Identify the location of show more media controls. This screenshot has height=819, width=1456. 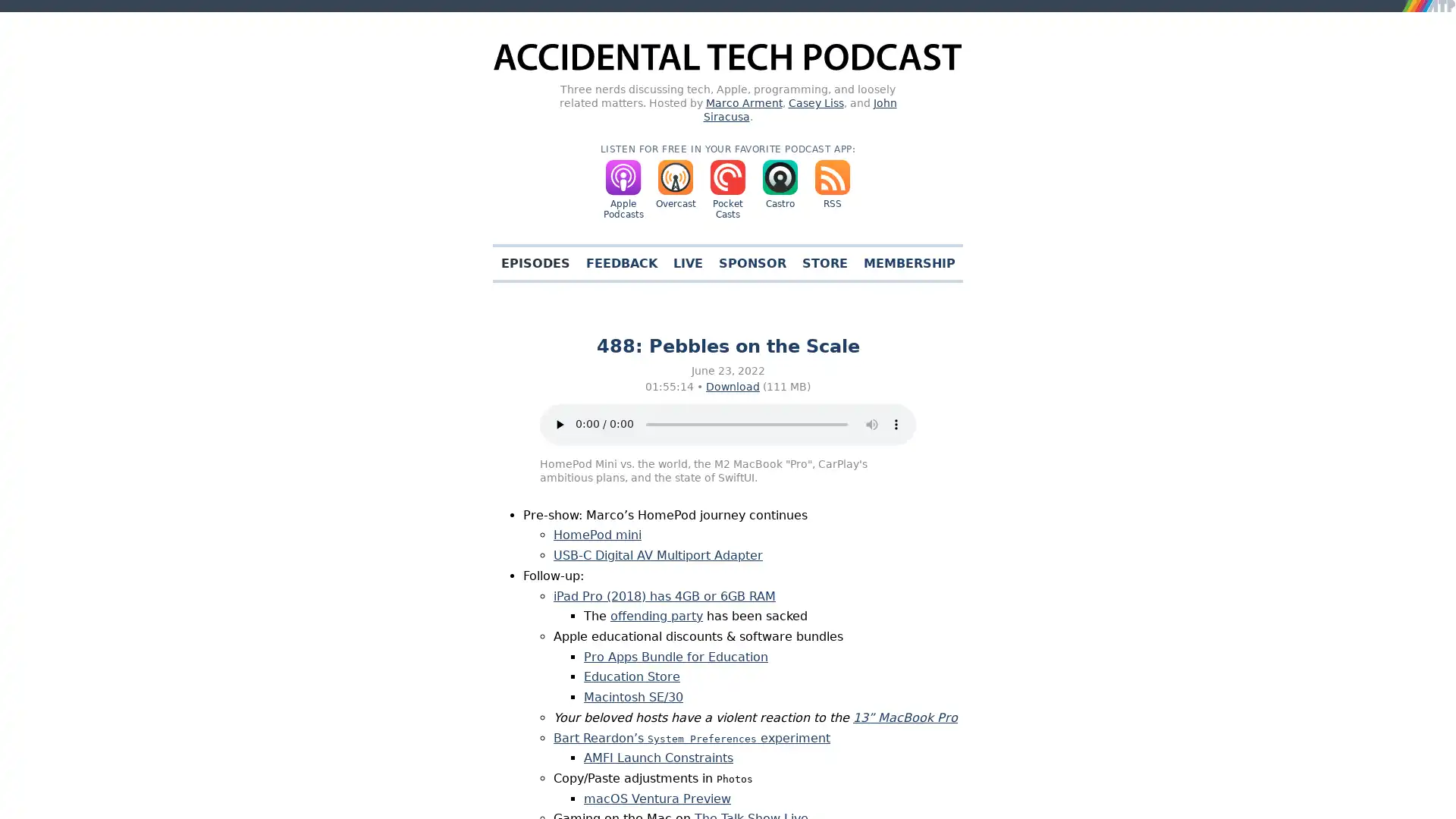
(896, 424).